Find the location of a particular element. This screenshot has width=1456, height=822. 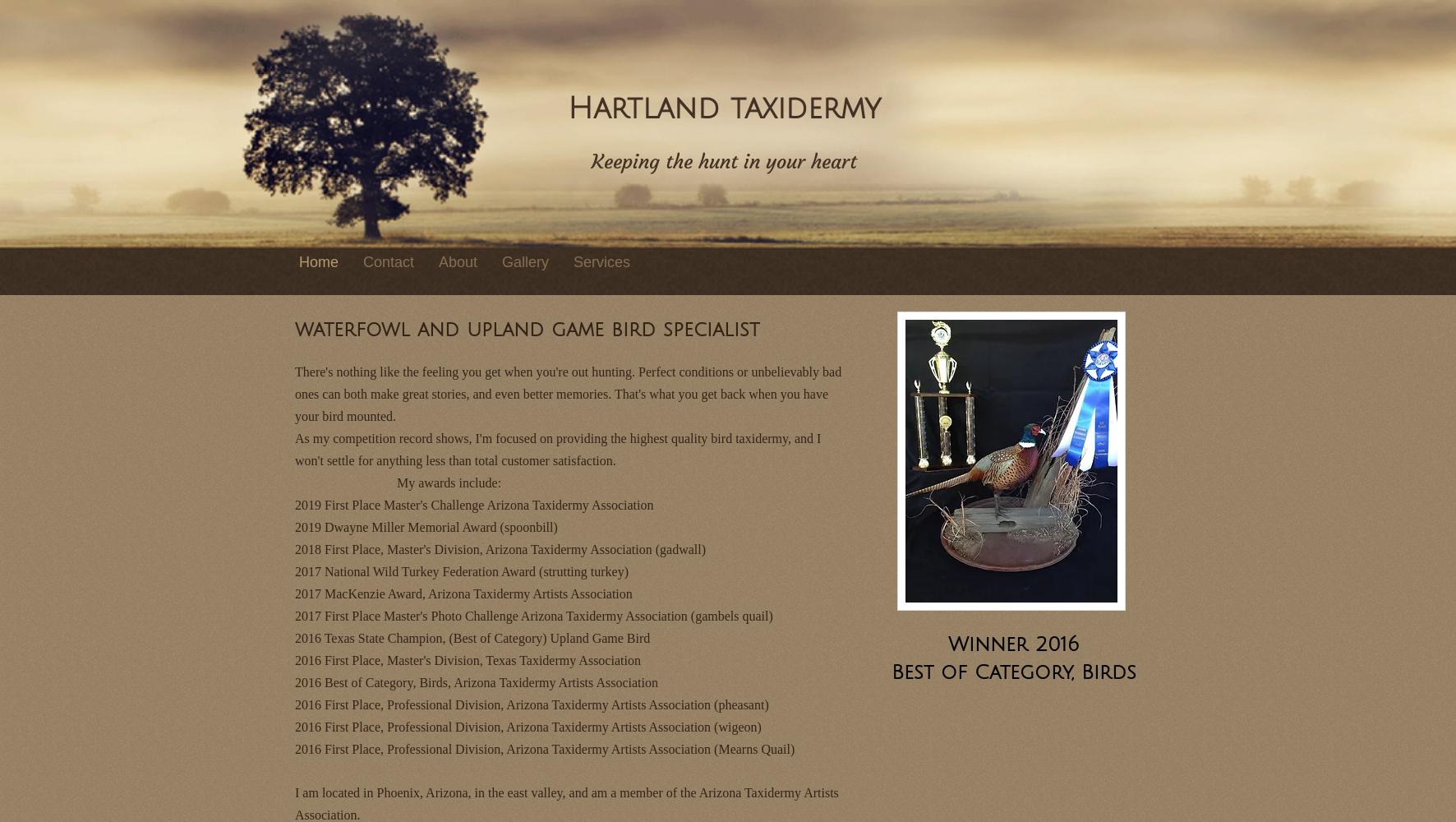

'Keeping the hunt in your heart' is located at coordinates (724, 160).